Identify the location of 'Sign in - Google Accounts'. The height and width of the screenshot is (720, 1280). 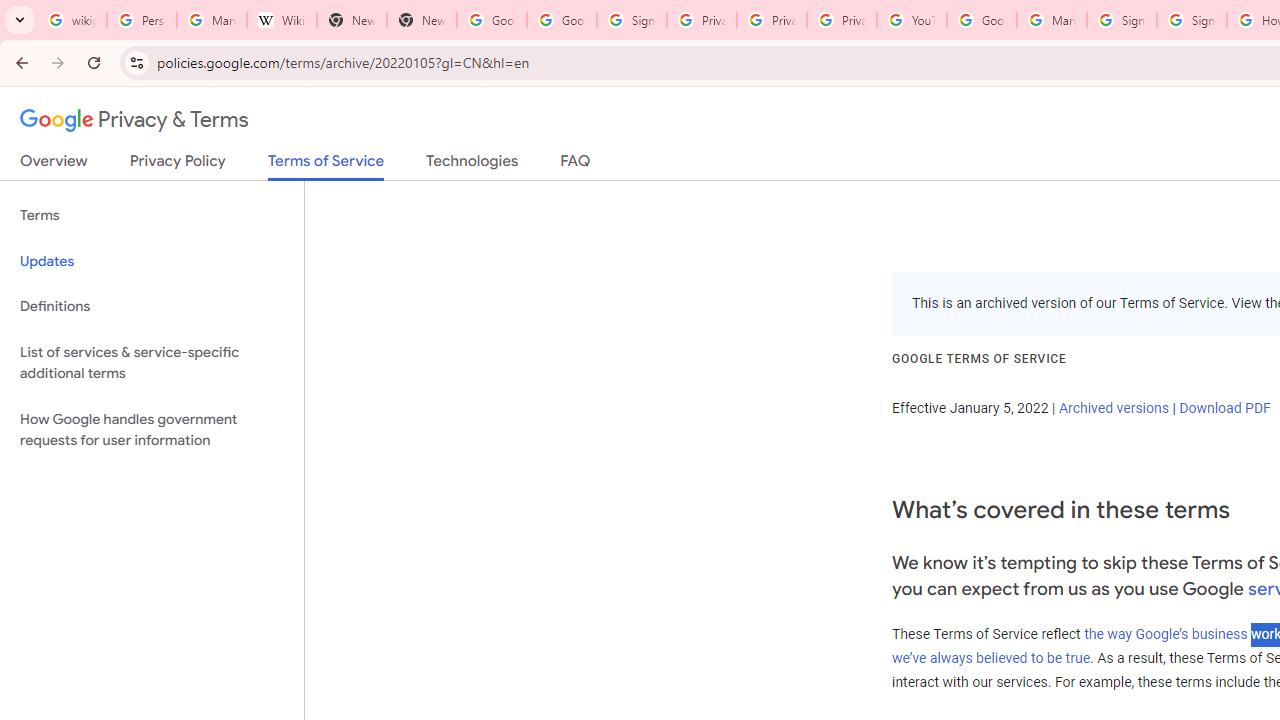
(630, 20).